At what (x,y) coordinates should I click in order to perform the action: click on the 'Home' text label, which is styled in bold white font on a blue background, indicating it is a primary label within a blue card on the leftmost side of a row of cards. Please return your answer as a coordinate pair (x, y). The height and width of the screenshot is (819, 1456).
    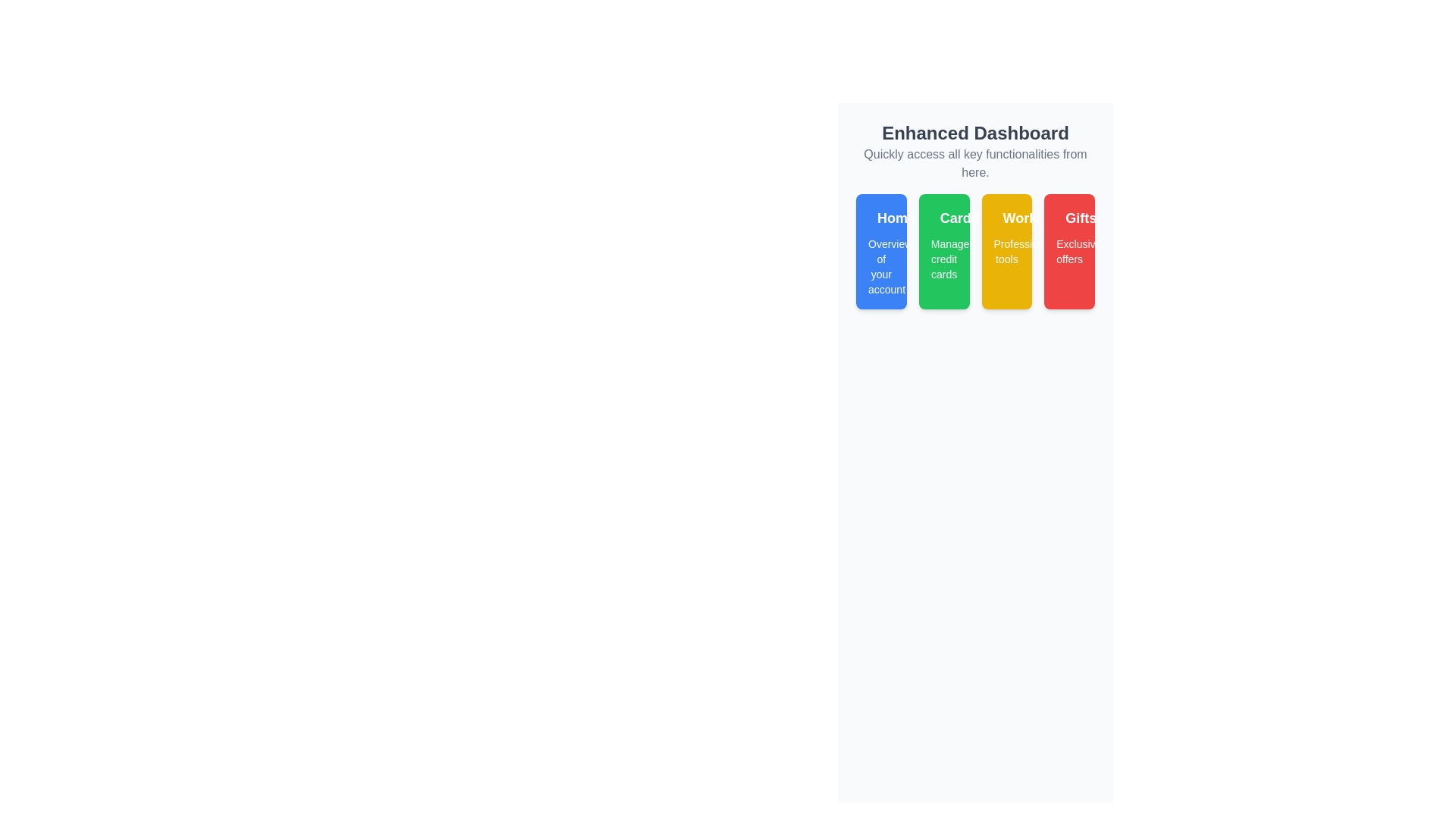
    Looking at the image, I should click on (896, 218).